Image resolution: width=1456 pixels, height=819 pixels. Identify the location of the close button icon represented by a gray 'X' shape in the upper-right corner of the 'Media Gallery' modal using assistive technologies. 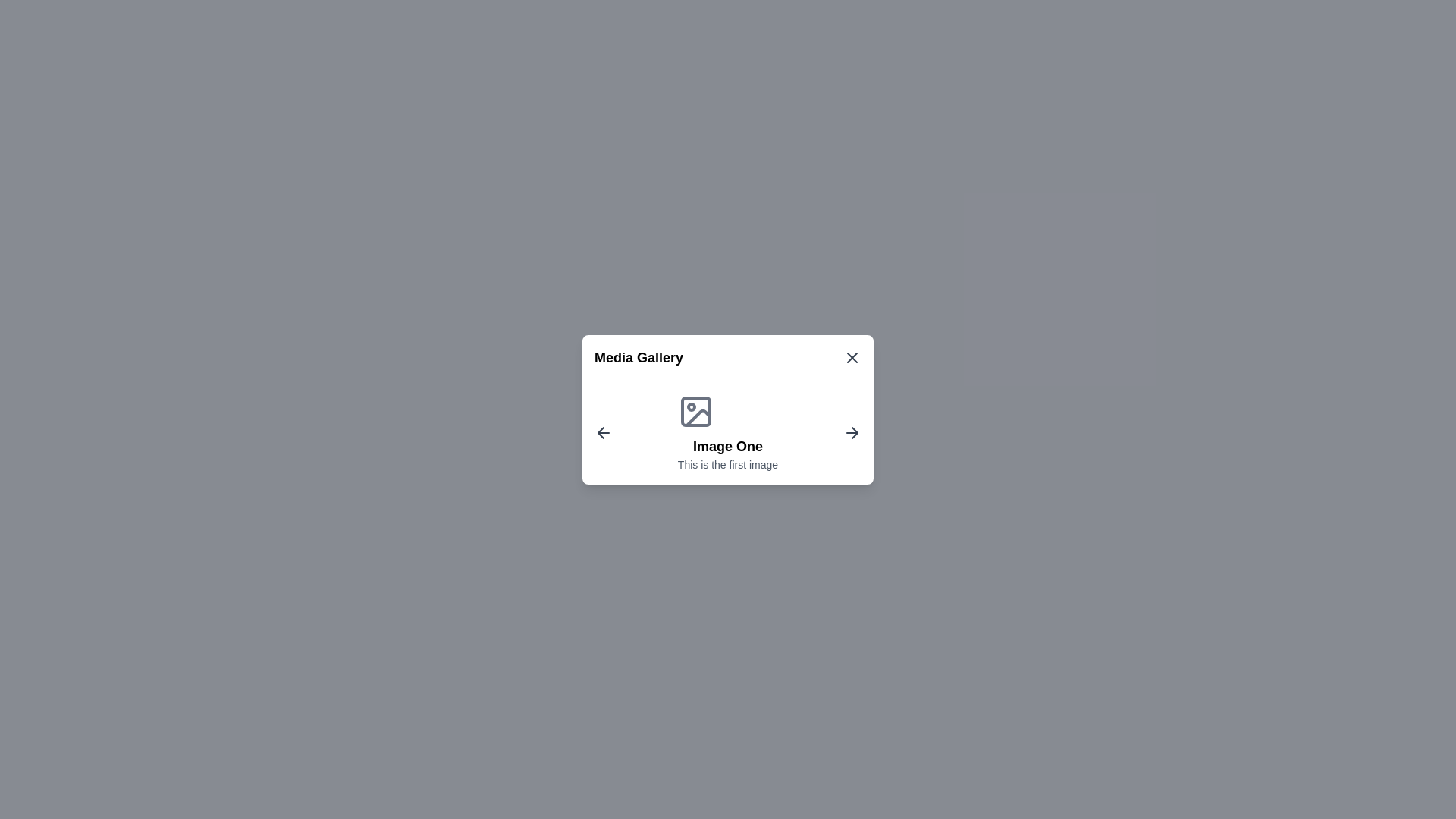
(852, 357).